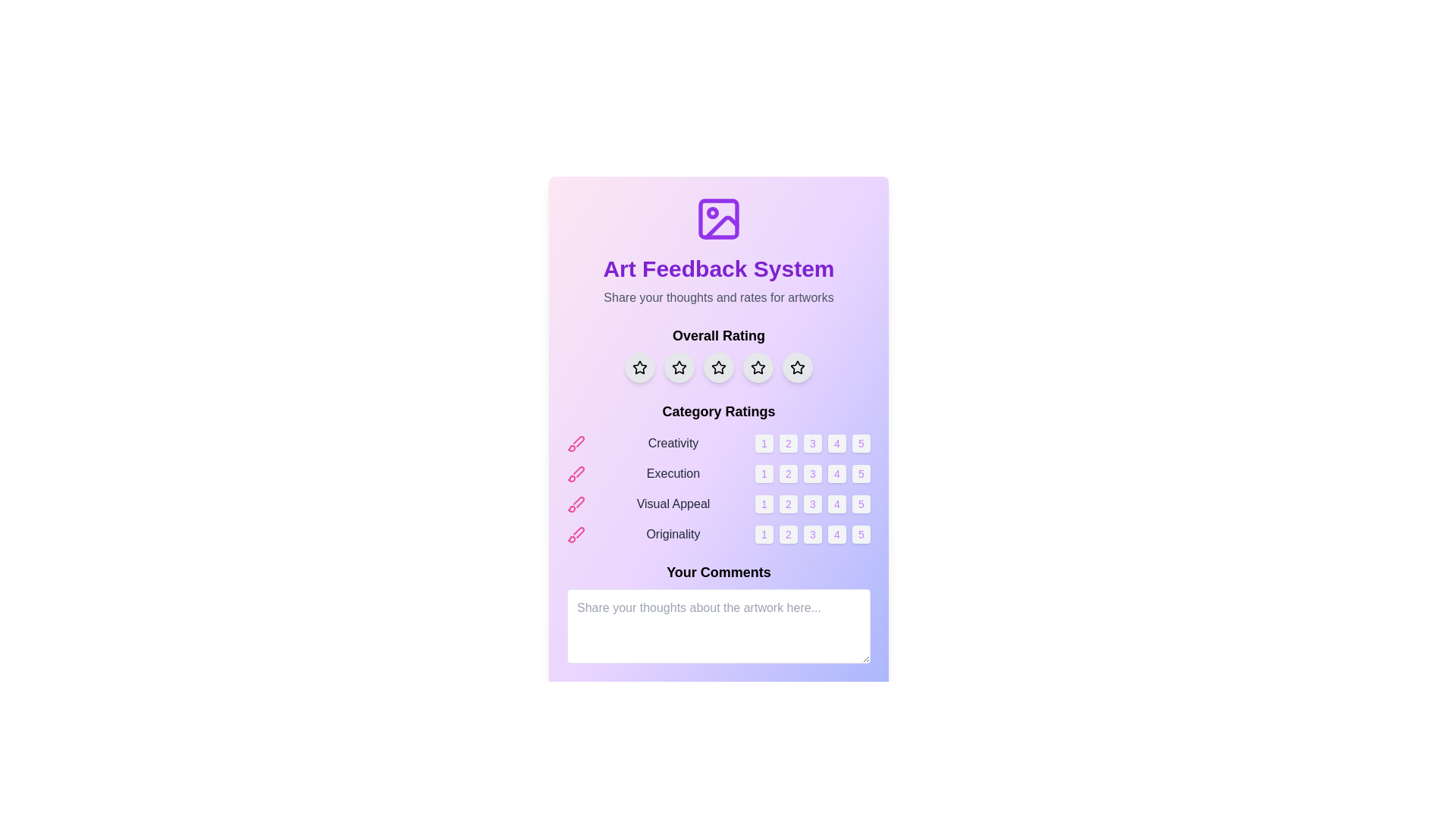  I want to click on the interactive button labeled '3' in the 'Execution' category under 'Category Ratings', so click(811, 472).